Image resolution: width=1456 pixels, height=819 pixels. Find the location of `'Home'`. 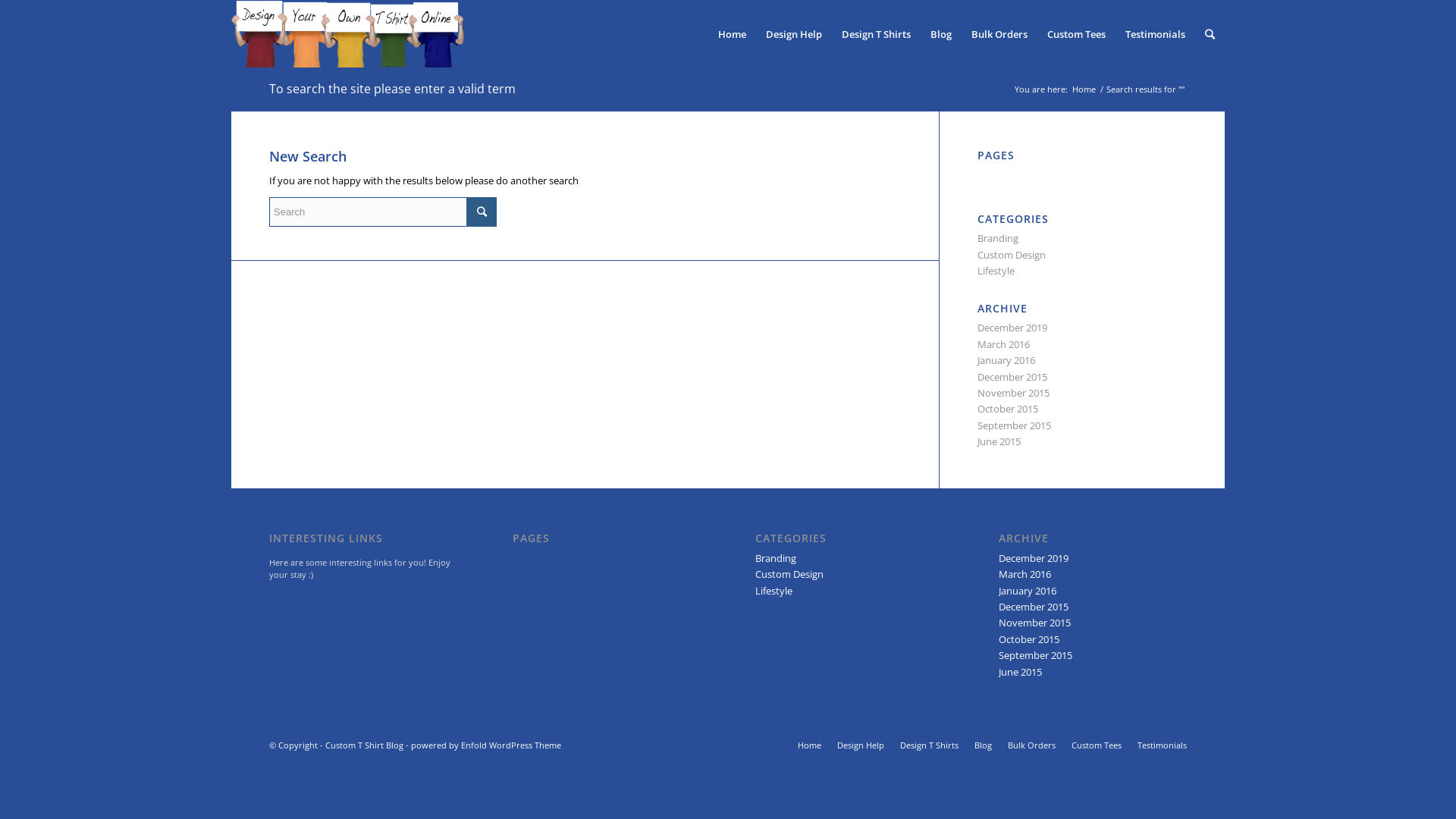

'Home' is located at coordinates (1069, 89).